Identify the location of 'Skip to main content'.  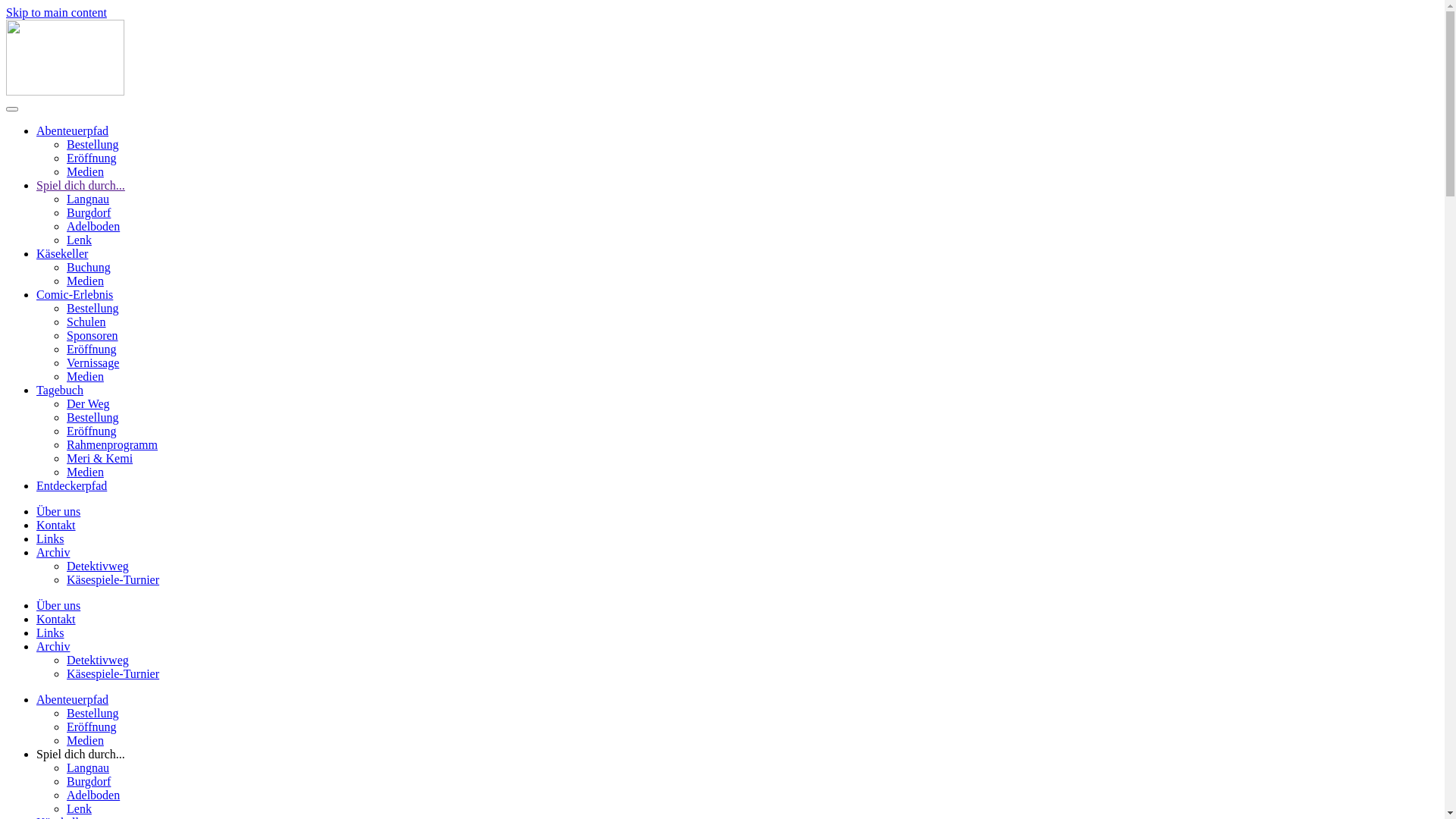
(56, 12).